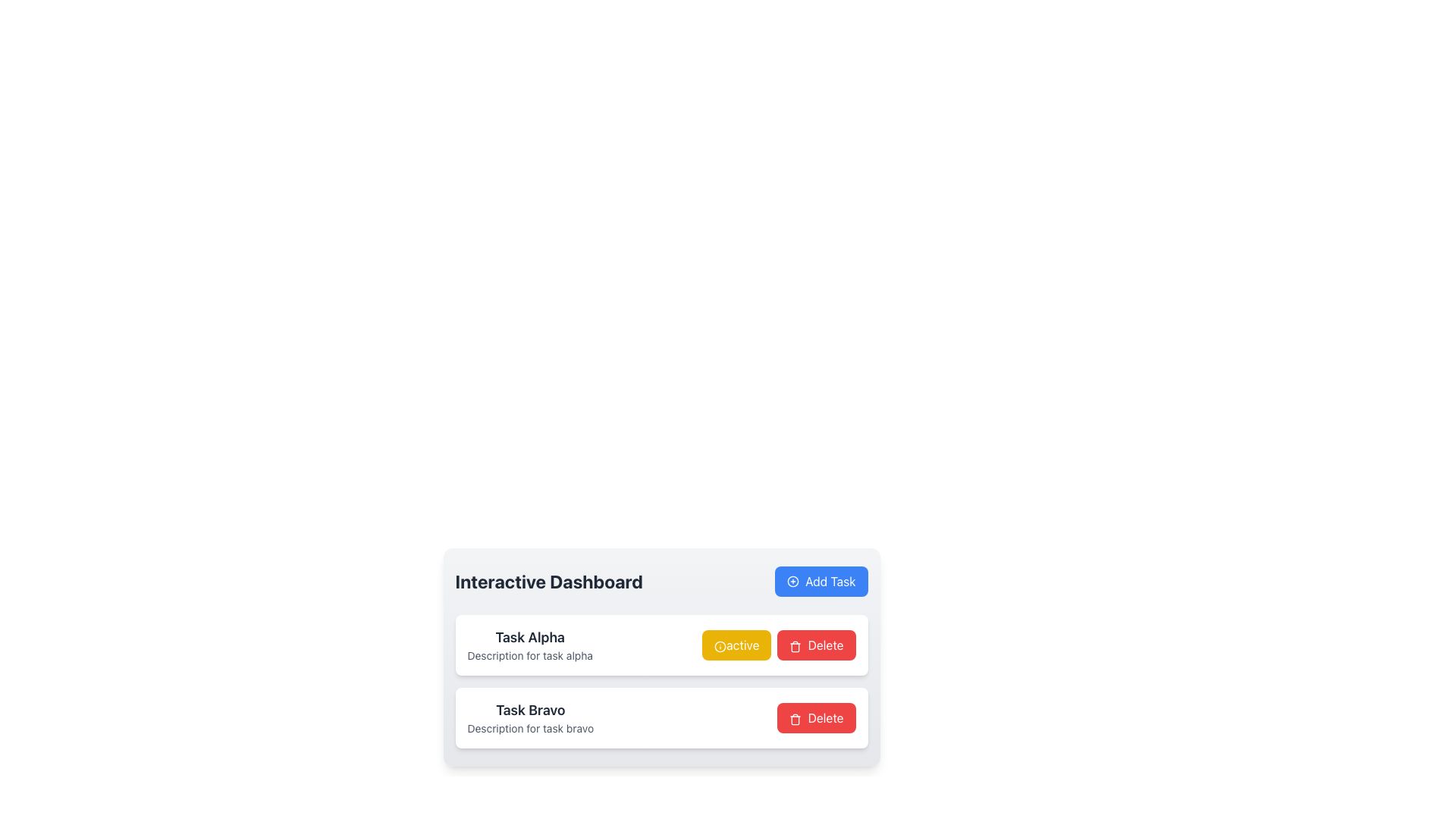 The image size is (1456, 819). Describe the element at coordinates (736, 645) in the screenshot. I see `the 'active' button with a yellow background and white text located in the first task item of the 'Task Alpha' section` at that location.